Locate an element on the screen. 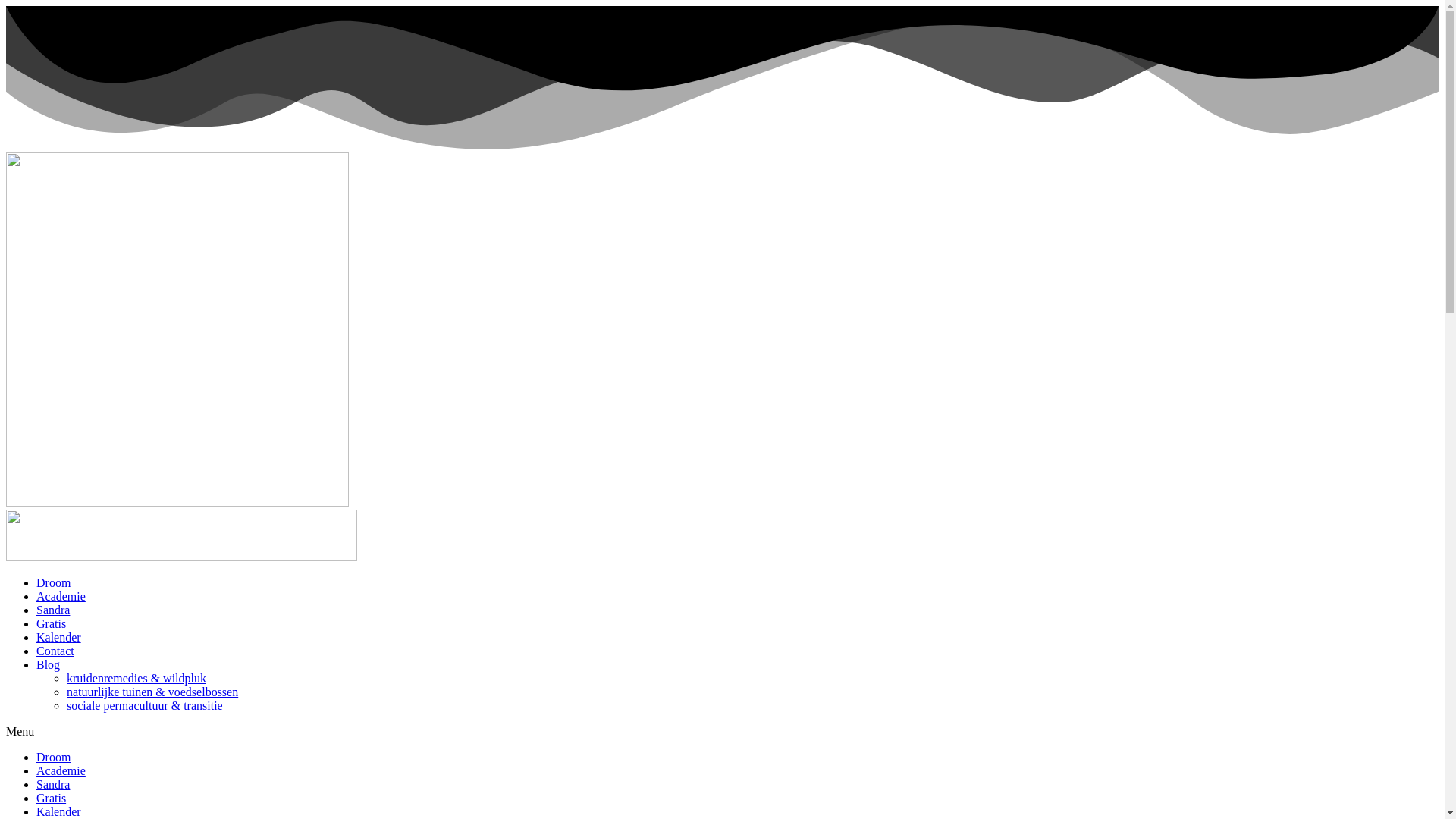 The image size is (1456, 819). 'sociale permacultuur & transitie' is located at coordinates (145, 705).